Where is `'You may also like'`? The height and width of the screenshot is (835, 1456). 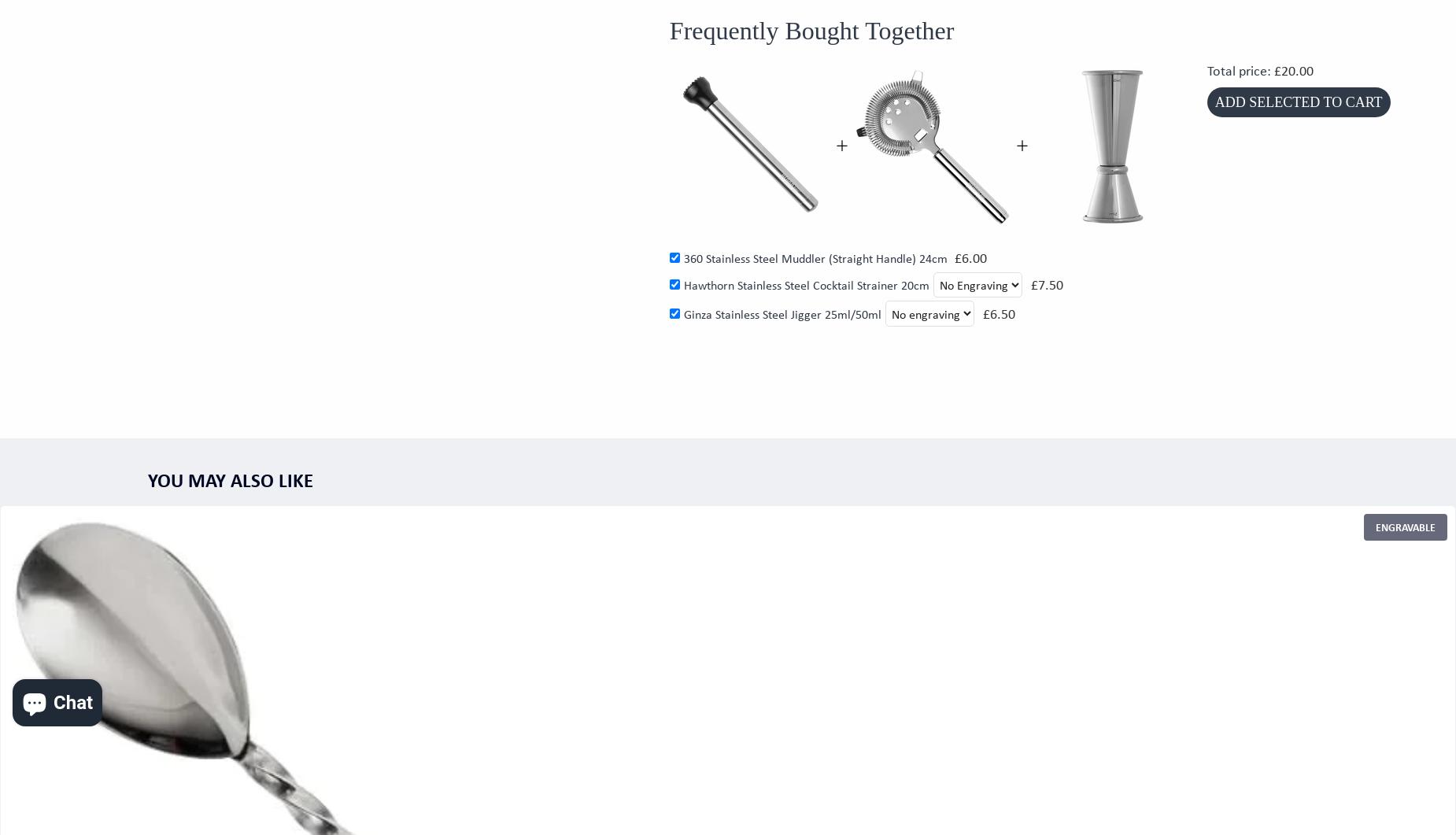 'You may also like' is located at coordinates (146, 478).